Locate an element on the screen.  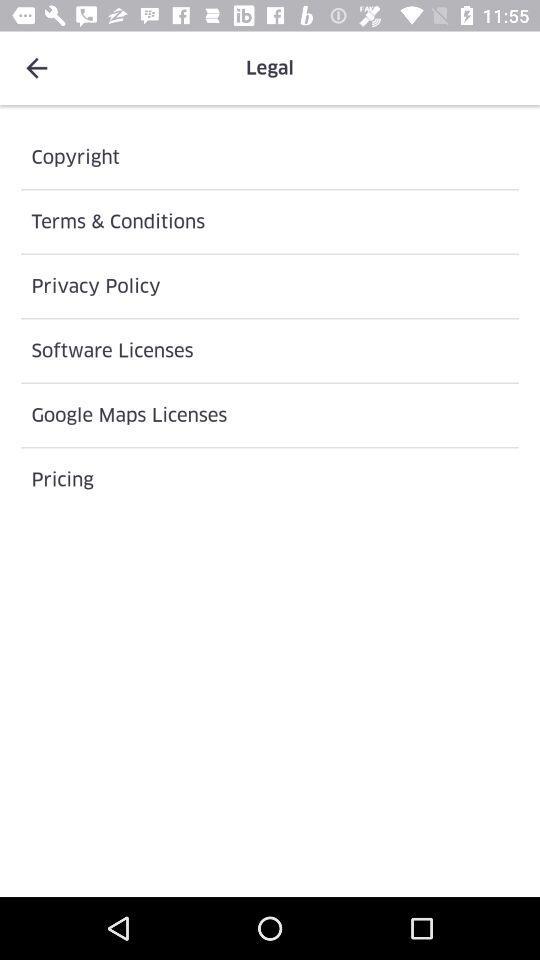
the item next to legal is located at coordinates (36, 68).